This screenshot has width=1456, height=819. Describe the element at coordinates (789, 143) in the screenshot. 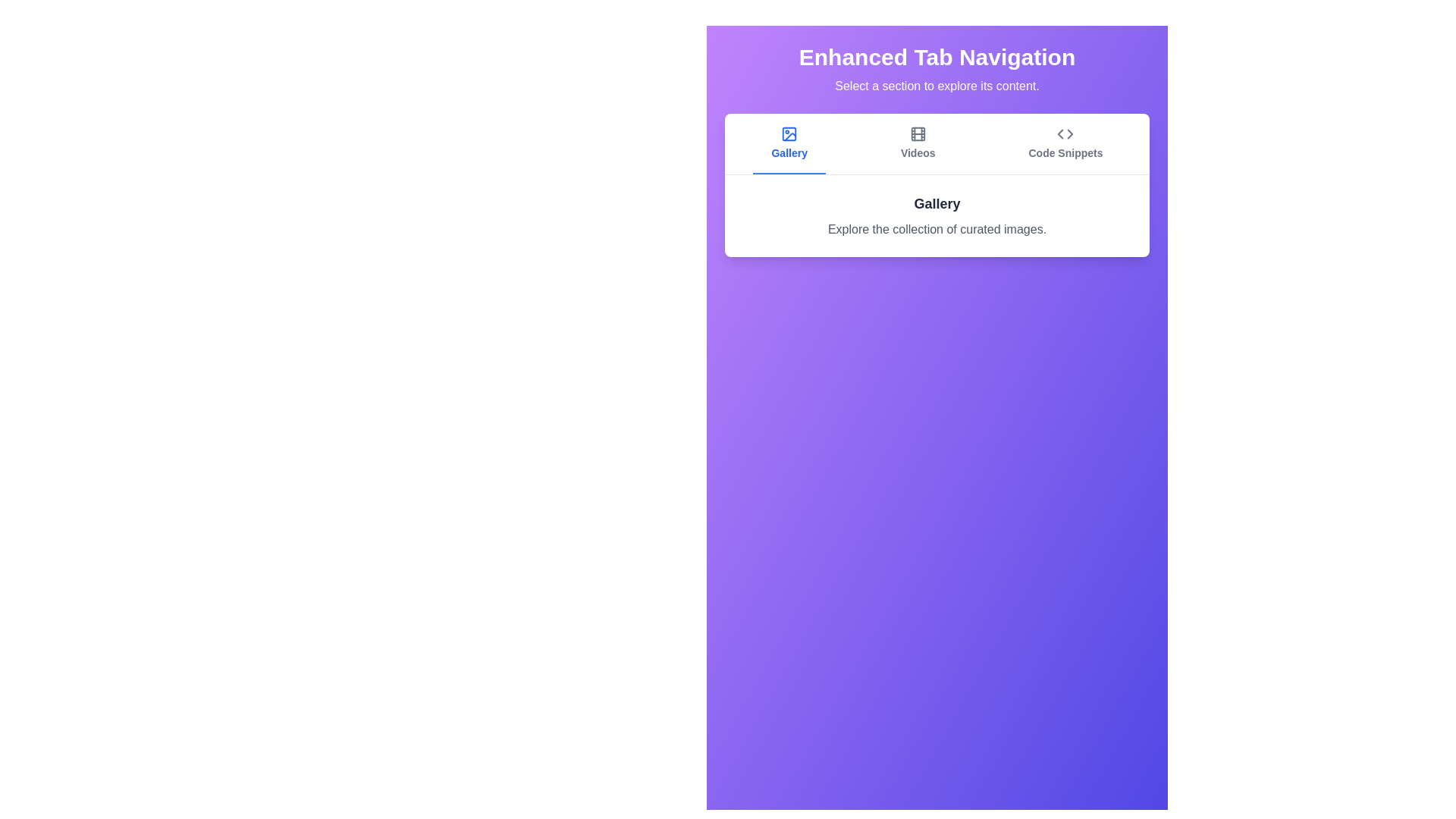

I see `the tab labeled Gallery` at that location.